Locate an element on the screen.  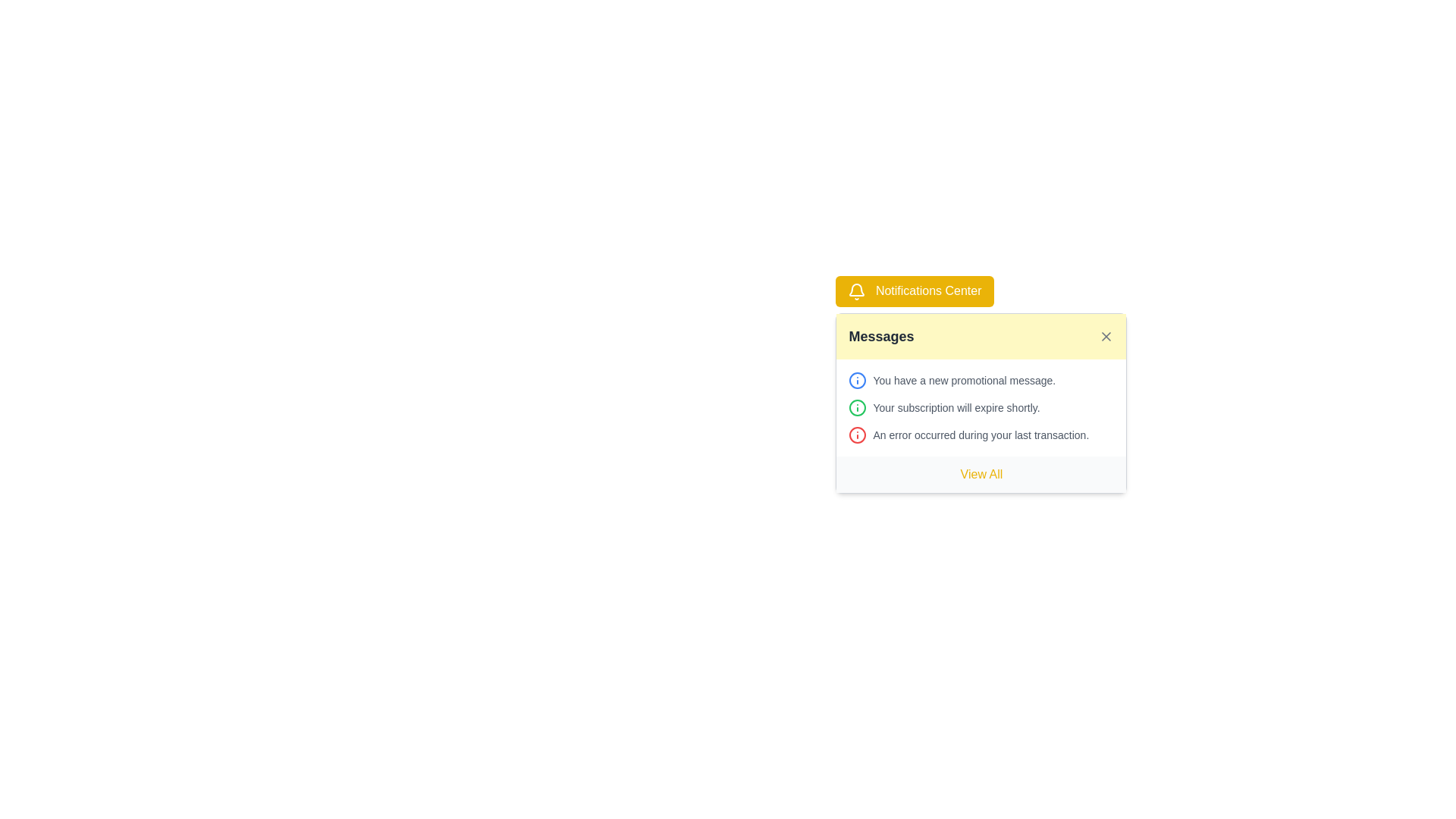
the text snippet reading 'Your subscription will expire shortly.' located in the second row of the notification list in the 'Messages' section of the notification center panel is located at coordinates (955, 406).